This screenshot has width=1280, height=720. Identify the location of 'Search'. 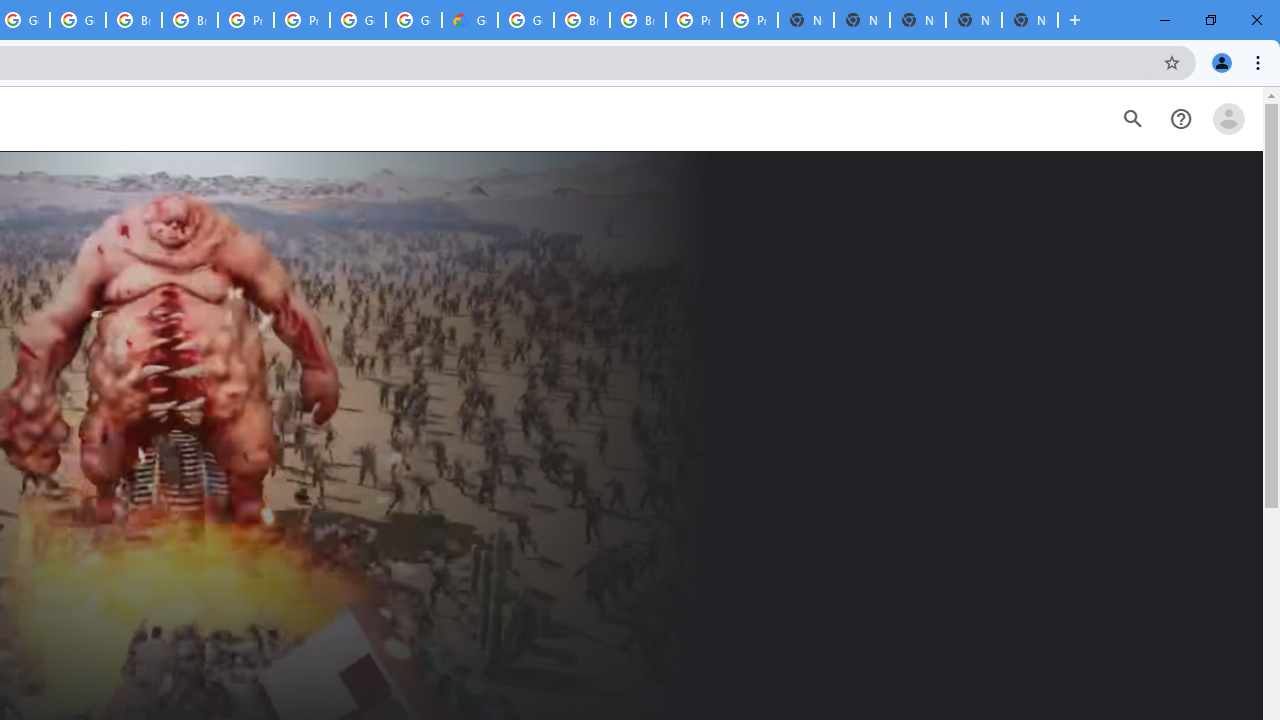
(1132, 119).